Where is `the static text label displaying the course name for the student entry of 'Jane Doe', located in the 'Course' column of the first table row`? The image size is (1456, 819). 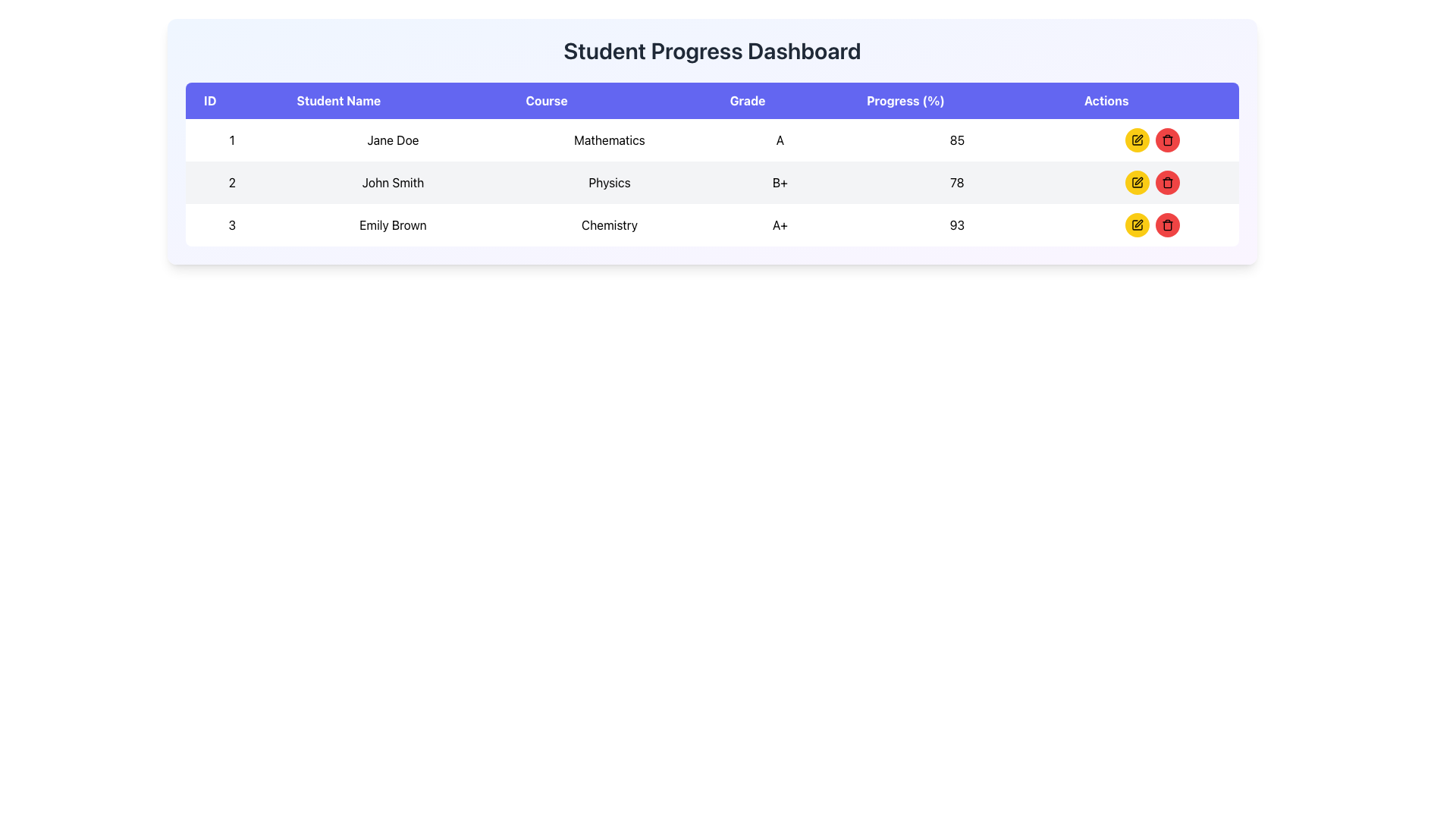 the static text label displaying the course name for the student entry of 'Jane Doe', located in the 'Course' column of the first table row is located at coordinates (610, 140).